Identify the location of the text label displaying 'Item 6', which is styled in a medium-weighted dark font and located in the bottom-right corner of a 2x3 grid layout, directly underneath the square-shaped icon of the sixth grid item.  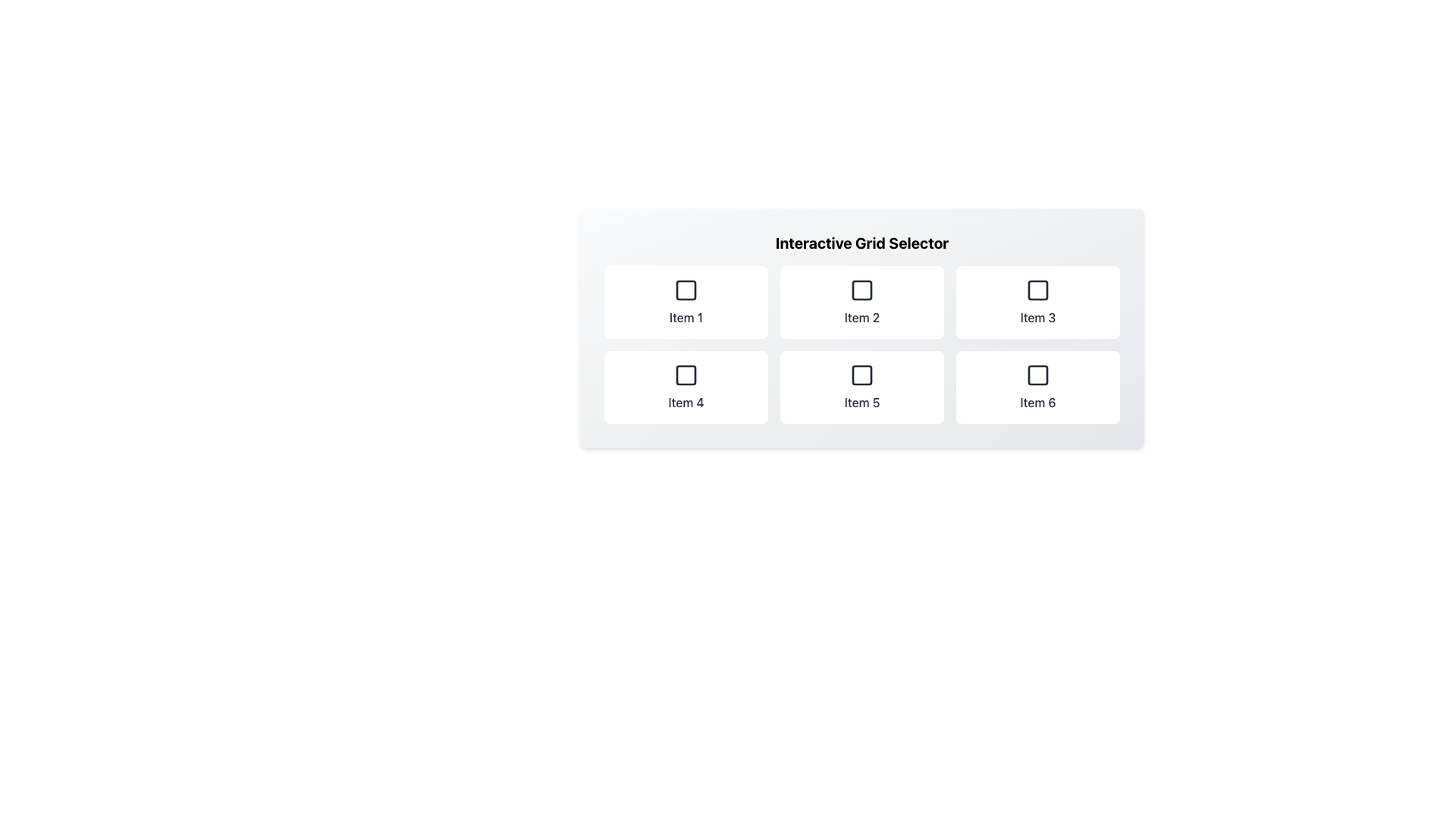
(1037, 402).